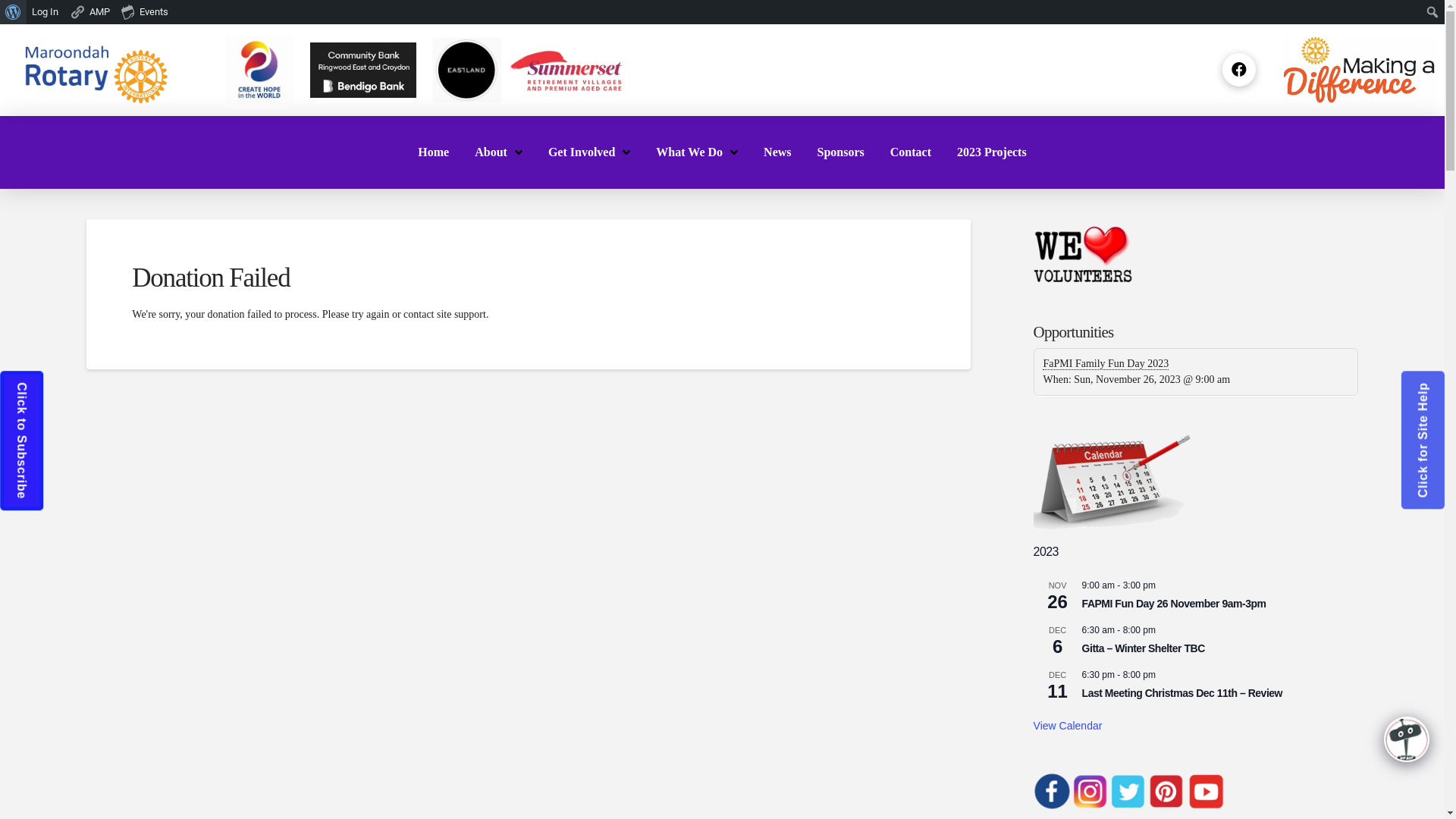 This screenshot has width=1456, height=819. I want to click on 'FaPMI Family Fun Day 2023', so click(1106, 363).